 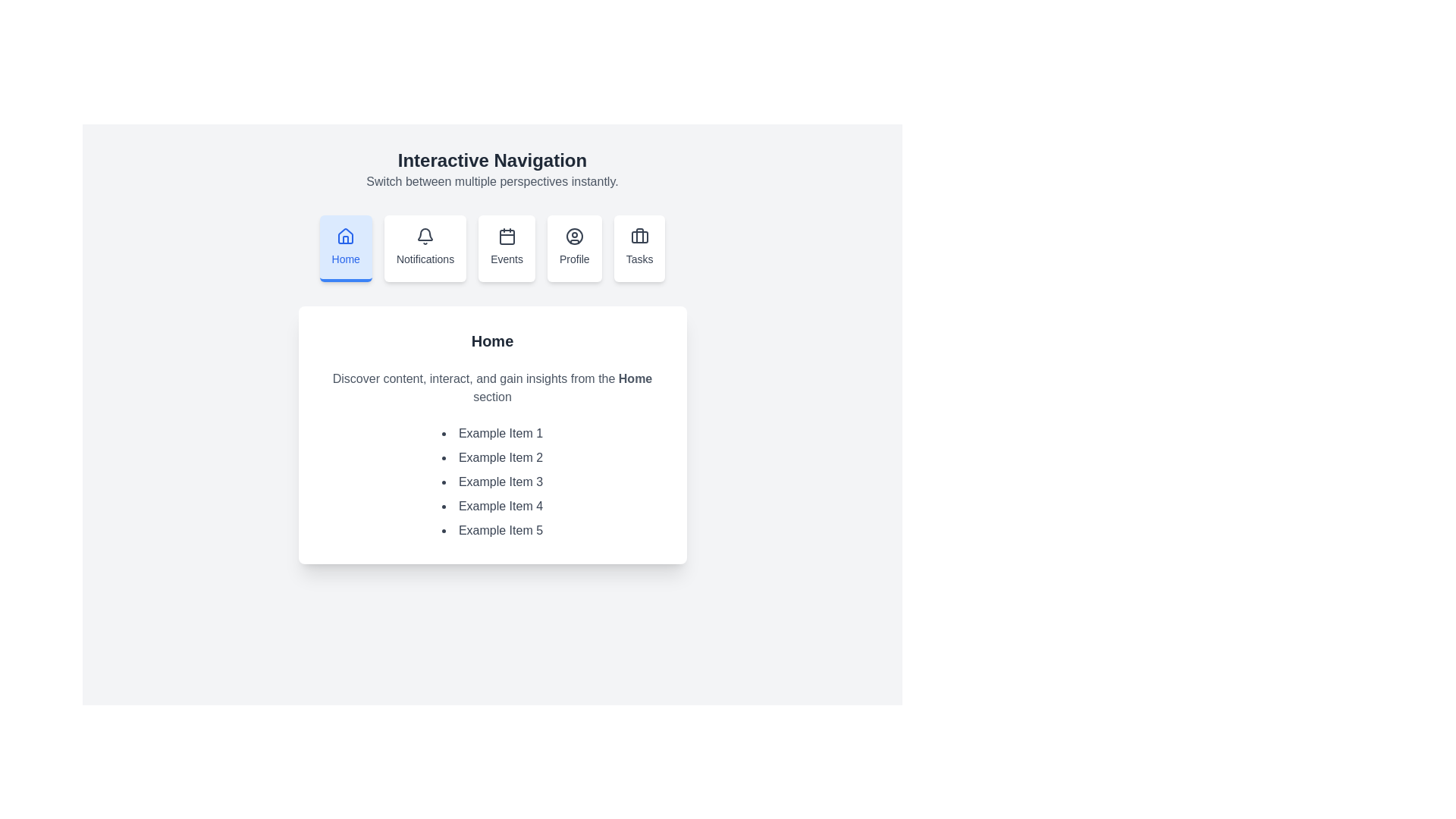 I want to click on the 'Home' text label, which is blue and located below the house icon in the navigation bar on the left side of the interface, so click(x=345, y=259).